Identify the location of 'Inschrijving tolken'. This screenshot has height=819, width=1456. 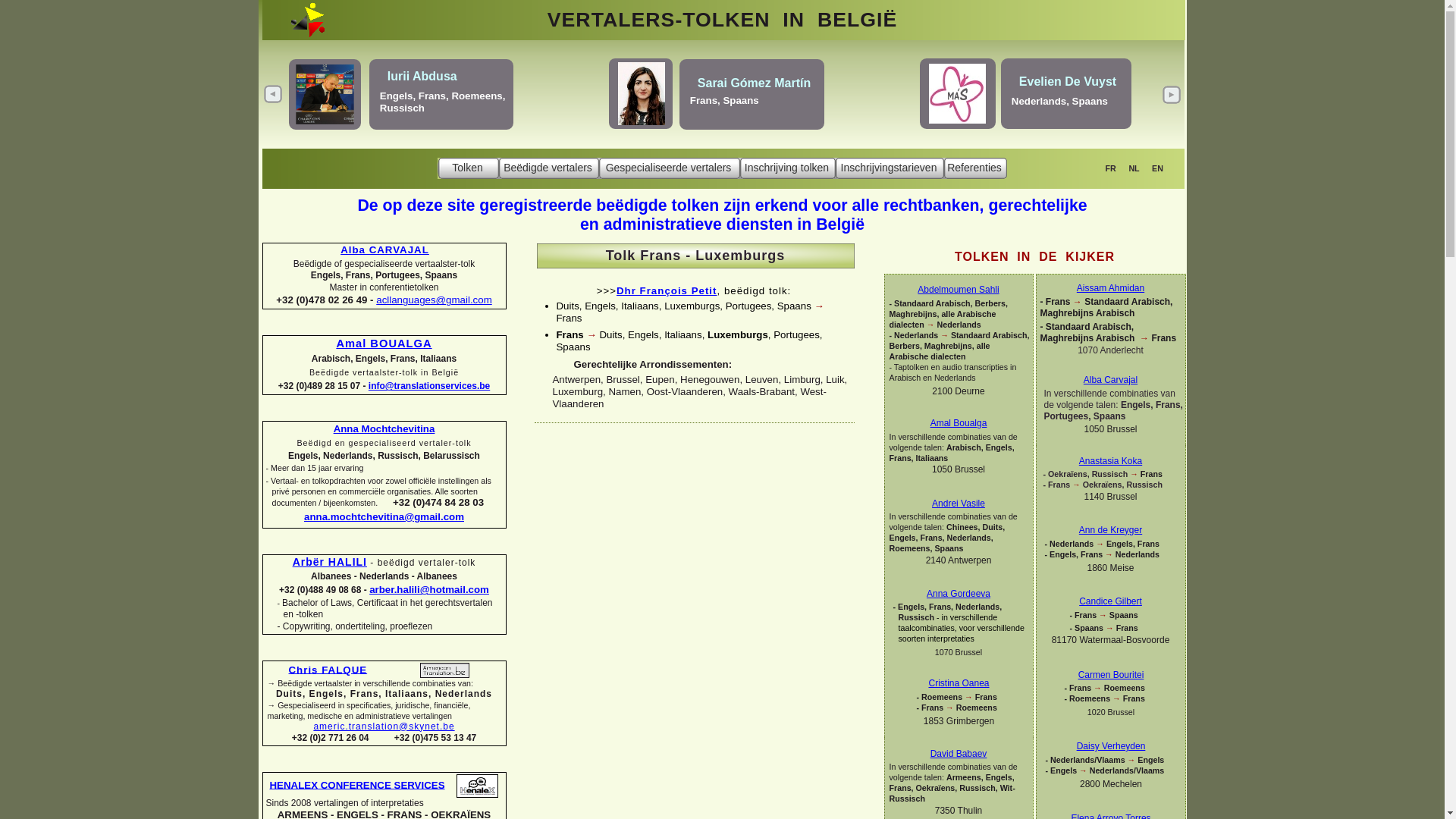
(739, 168).